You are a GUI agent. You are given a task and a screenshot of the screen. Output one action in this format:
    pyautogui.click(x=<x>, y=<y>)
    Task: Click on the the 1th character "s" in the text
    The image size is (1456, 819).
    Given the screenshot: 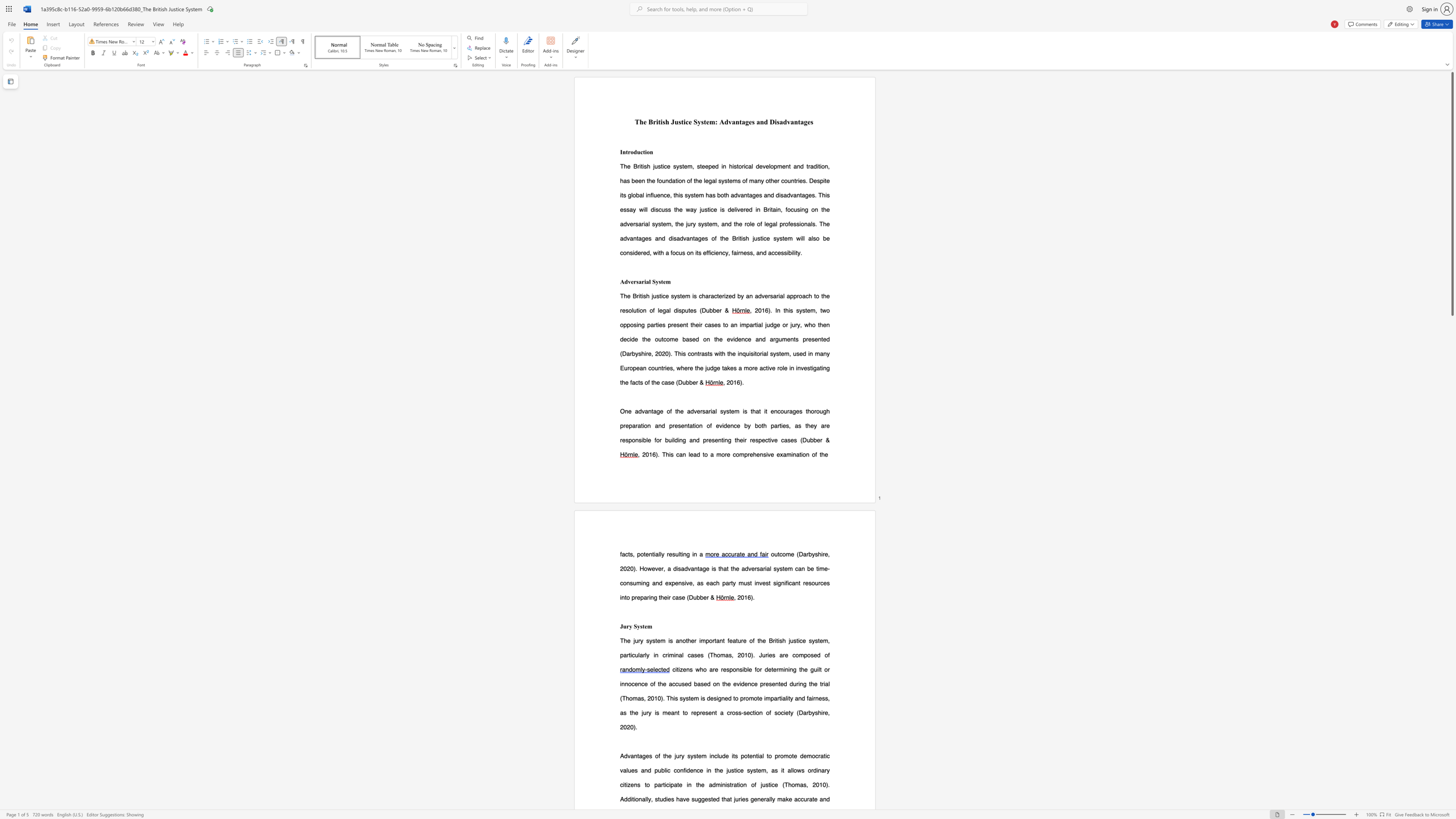 What is the action you would take?
    pyautogui.click(x=637, y=281)
    